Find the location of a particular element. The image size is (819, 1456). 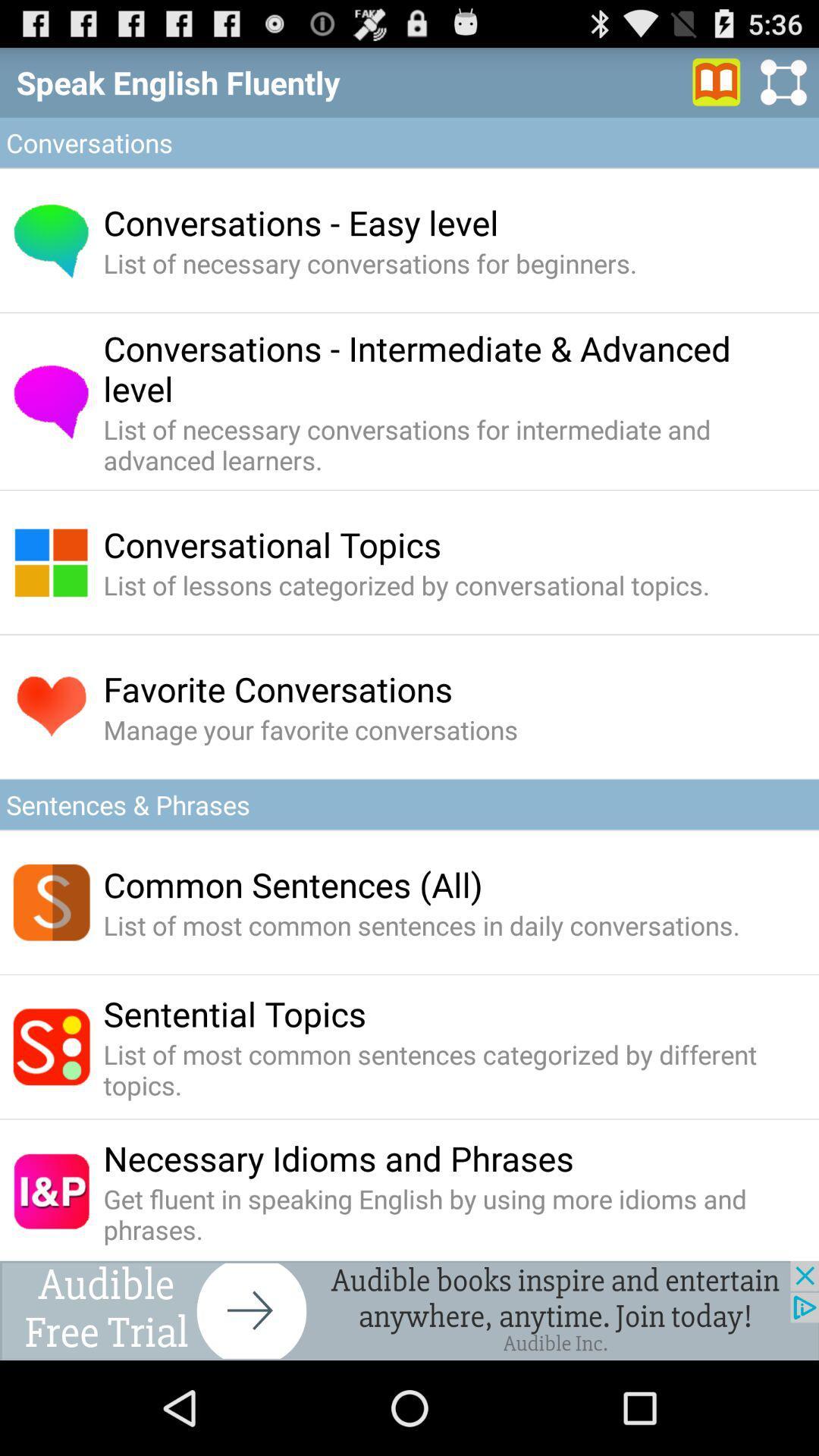

open advertisement is located at coordinates (409, 1310).